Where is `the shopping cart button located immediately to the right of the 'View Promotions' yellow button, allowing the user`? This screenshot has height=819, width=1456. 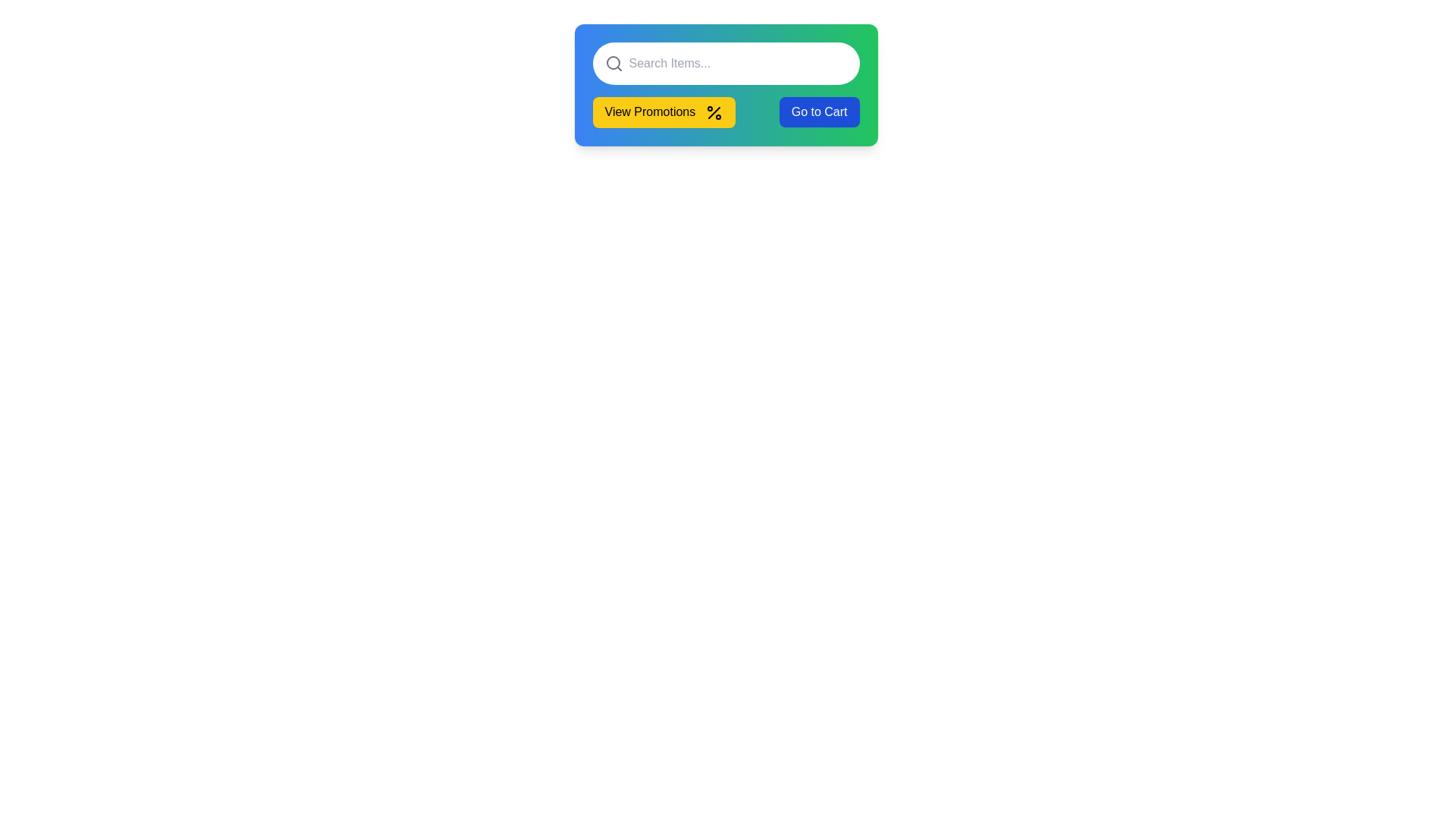 the shopping cart button located immediately to the right of the 'View Promotions' yellow button, allowing the user is located at coordinates (818, 111).